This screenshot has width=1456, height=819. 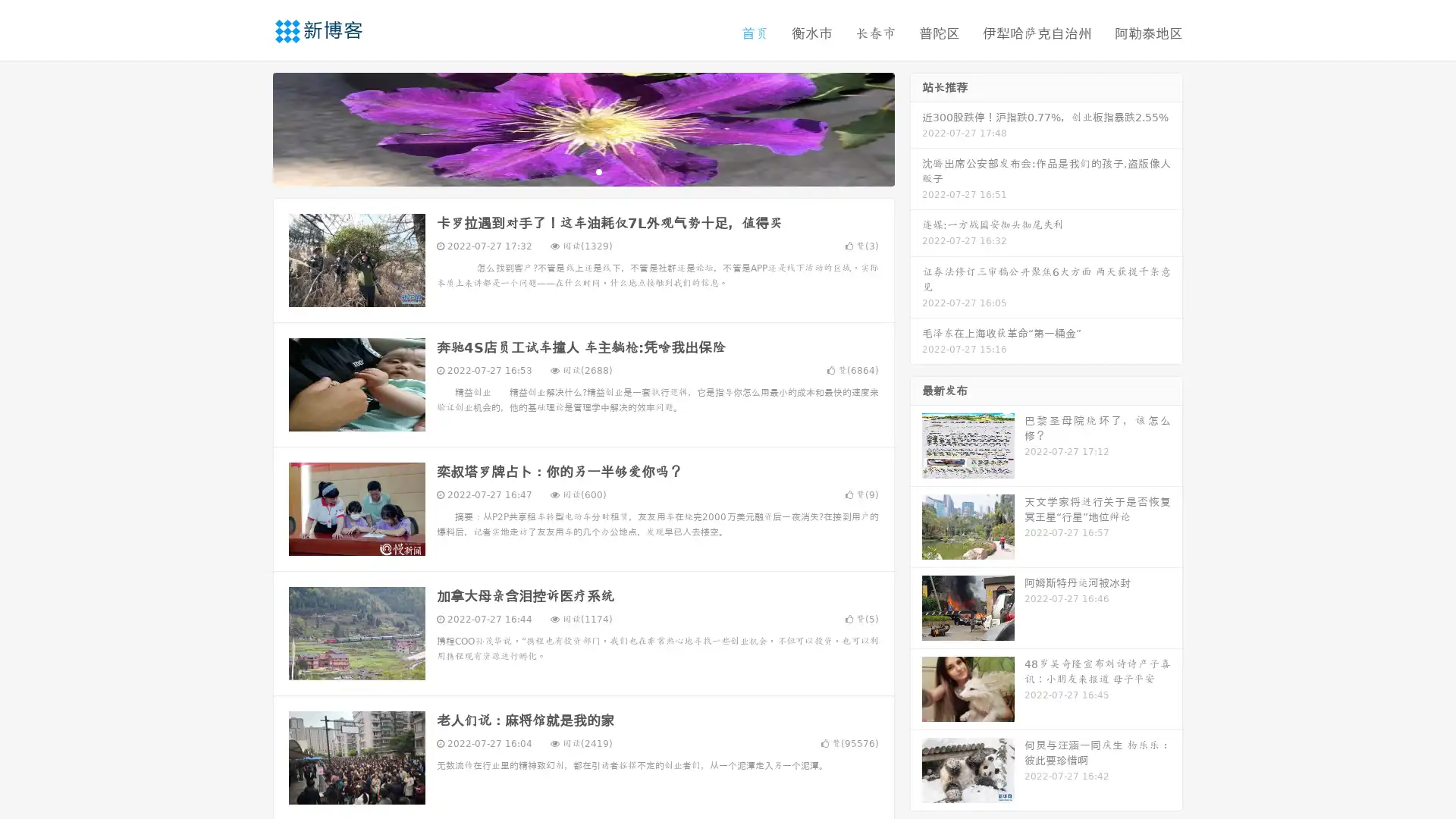 I want to click on Go to slide 2, so click(x=582, y=171).